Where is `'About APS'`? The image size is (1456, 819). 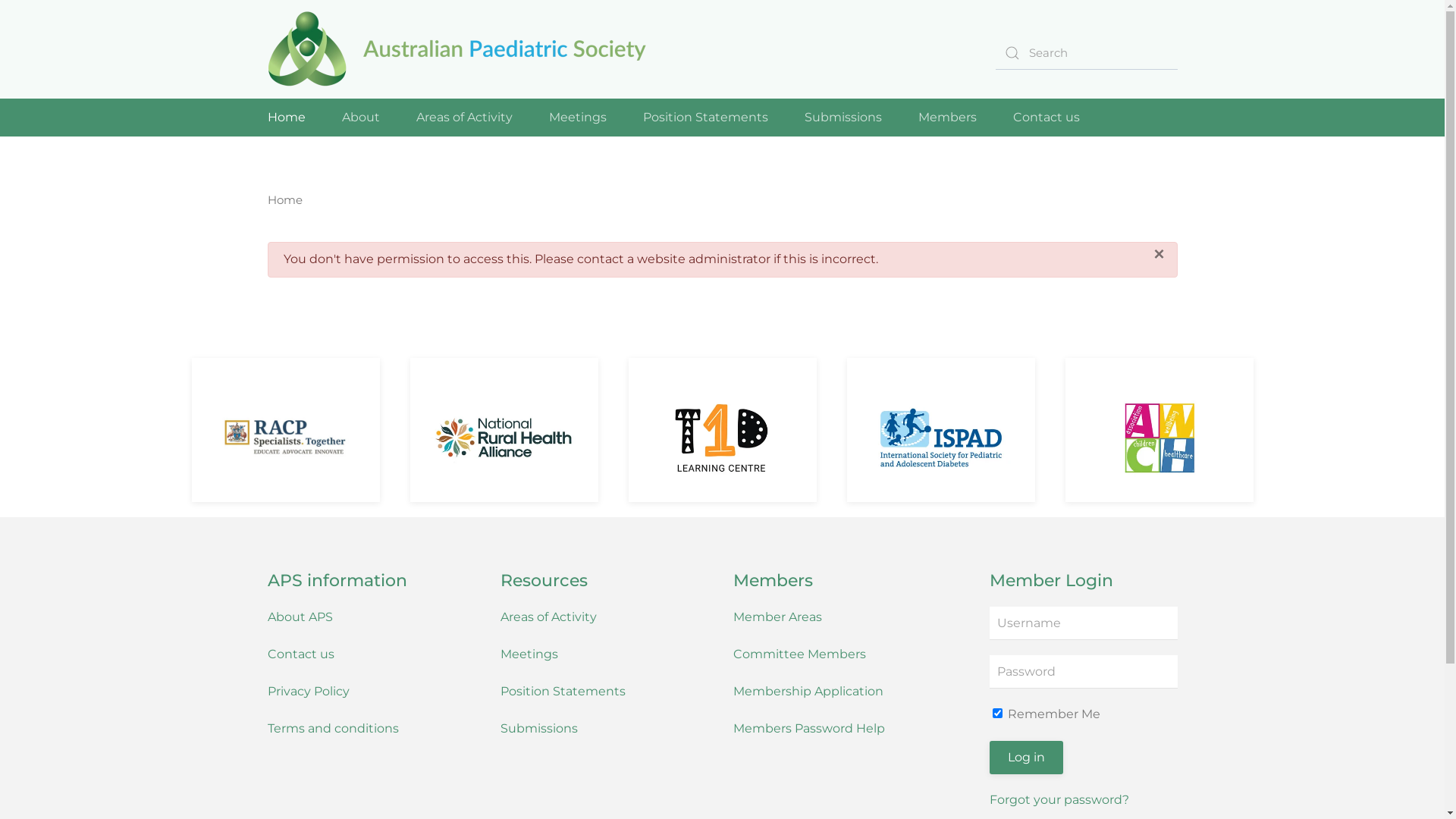
'About APS' is located at coordinates (299, 617).